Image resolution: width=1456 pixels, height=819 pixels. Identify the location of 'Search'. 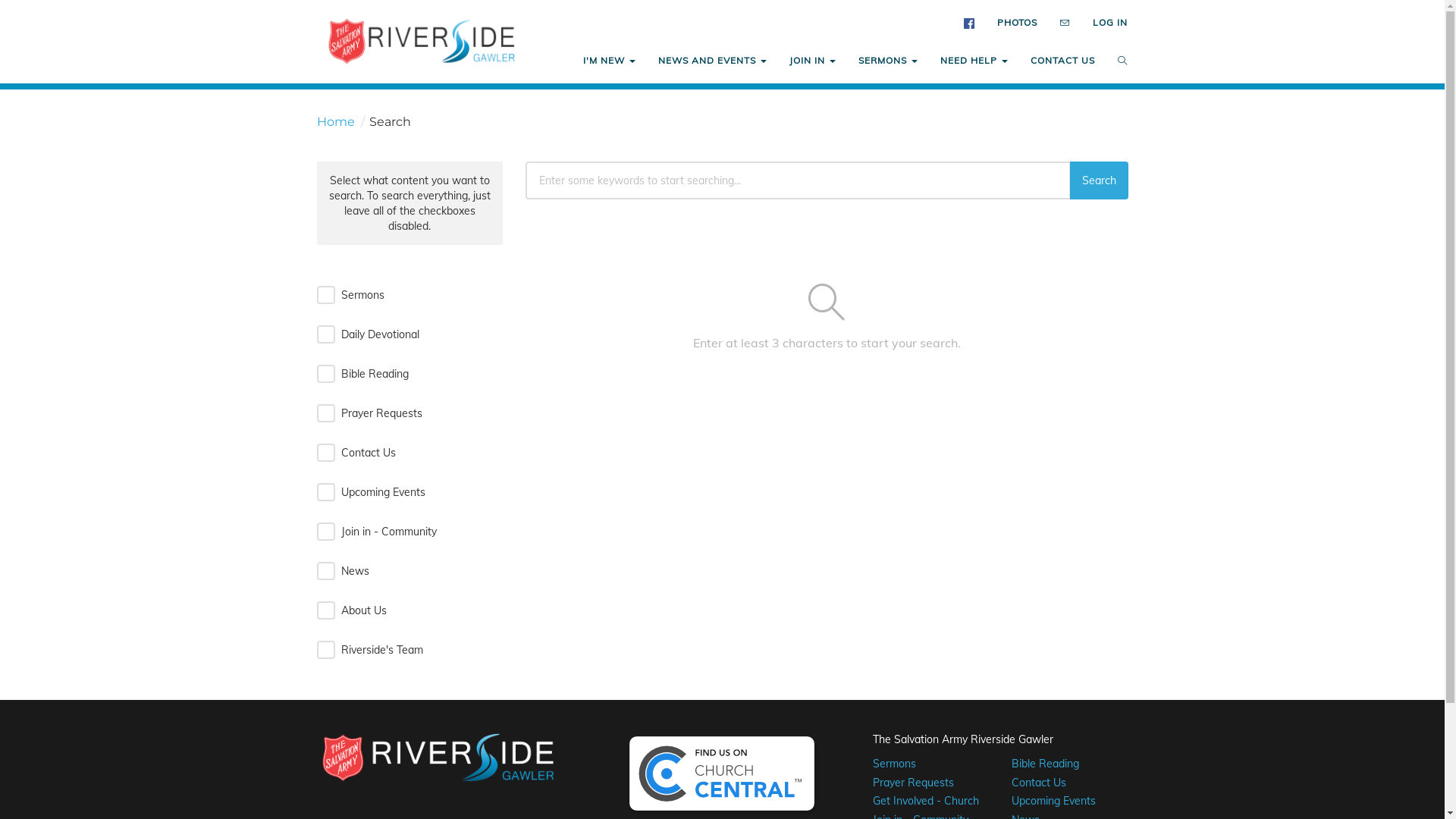
(1098, 180).